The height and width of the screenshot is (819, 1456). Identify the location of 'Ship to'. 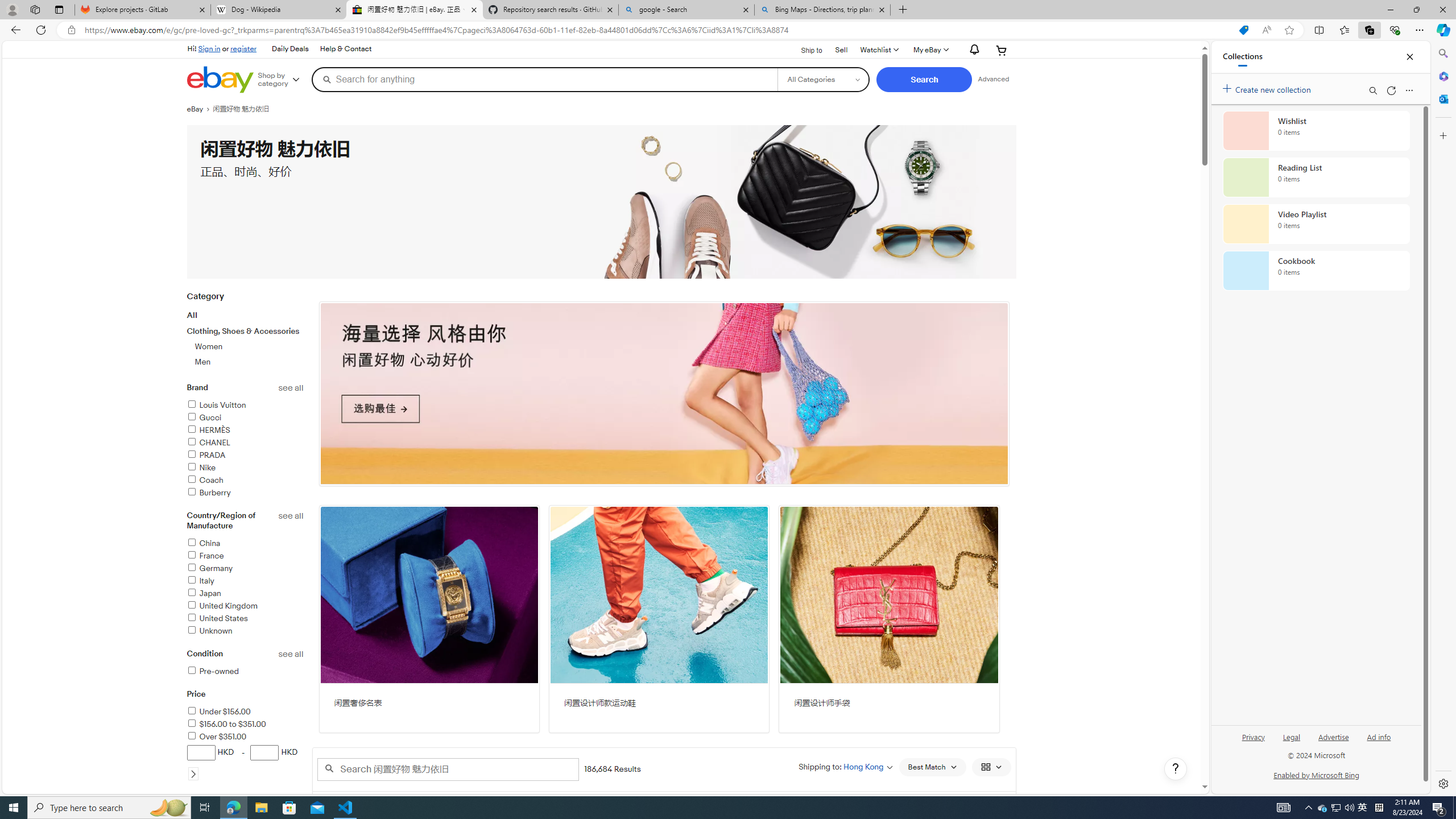
(804, 49).